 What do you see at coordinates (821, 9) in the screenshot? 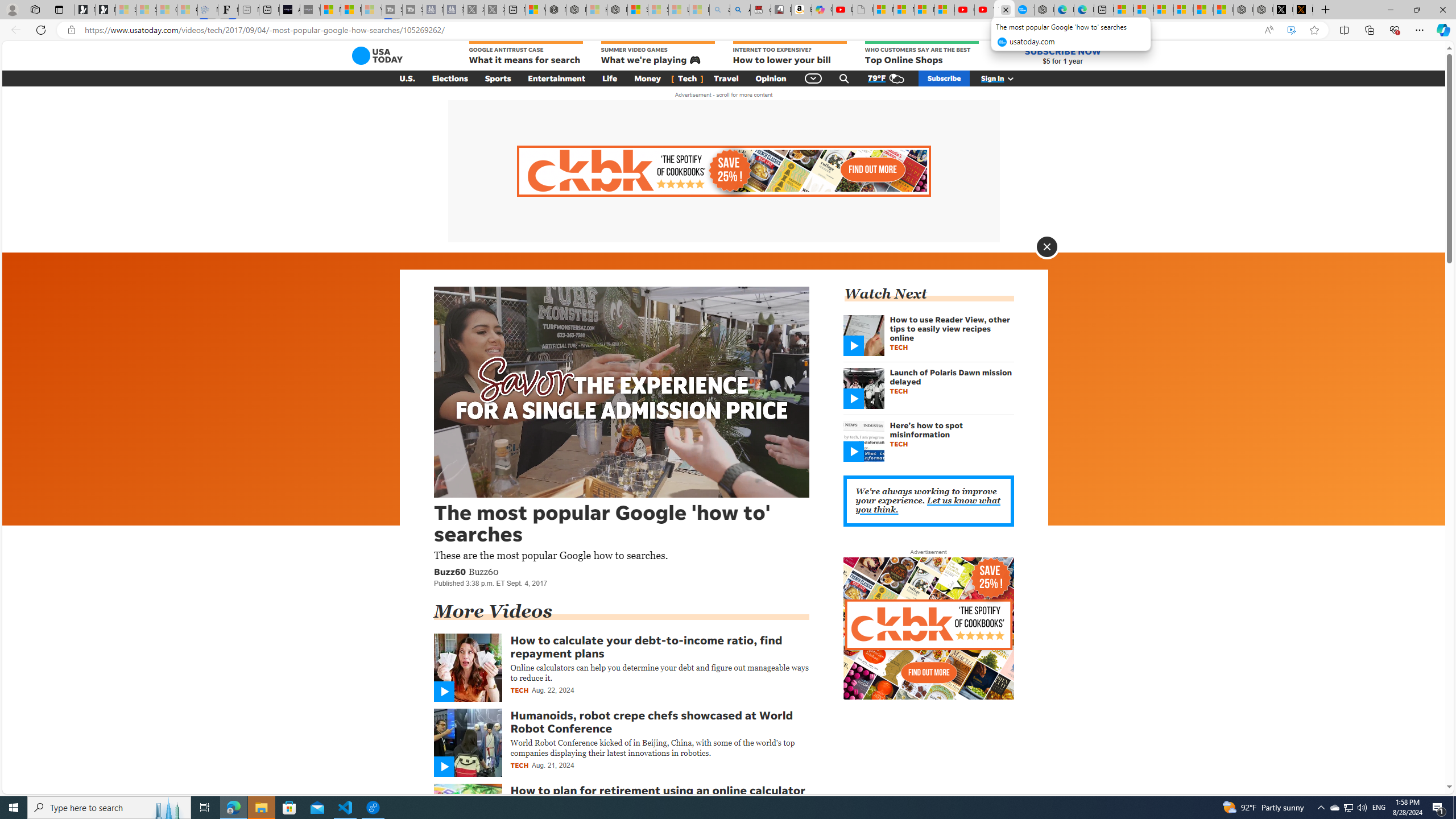
I see `'Copilot'` at bounding box center [821, 9].